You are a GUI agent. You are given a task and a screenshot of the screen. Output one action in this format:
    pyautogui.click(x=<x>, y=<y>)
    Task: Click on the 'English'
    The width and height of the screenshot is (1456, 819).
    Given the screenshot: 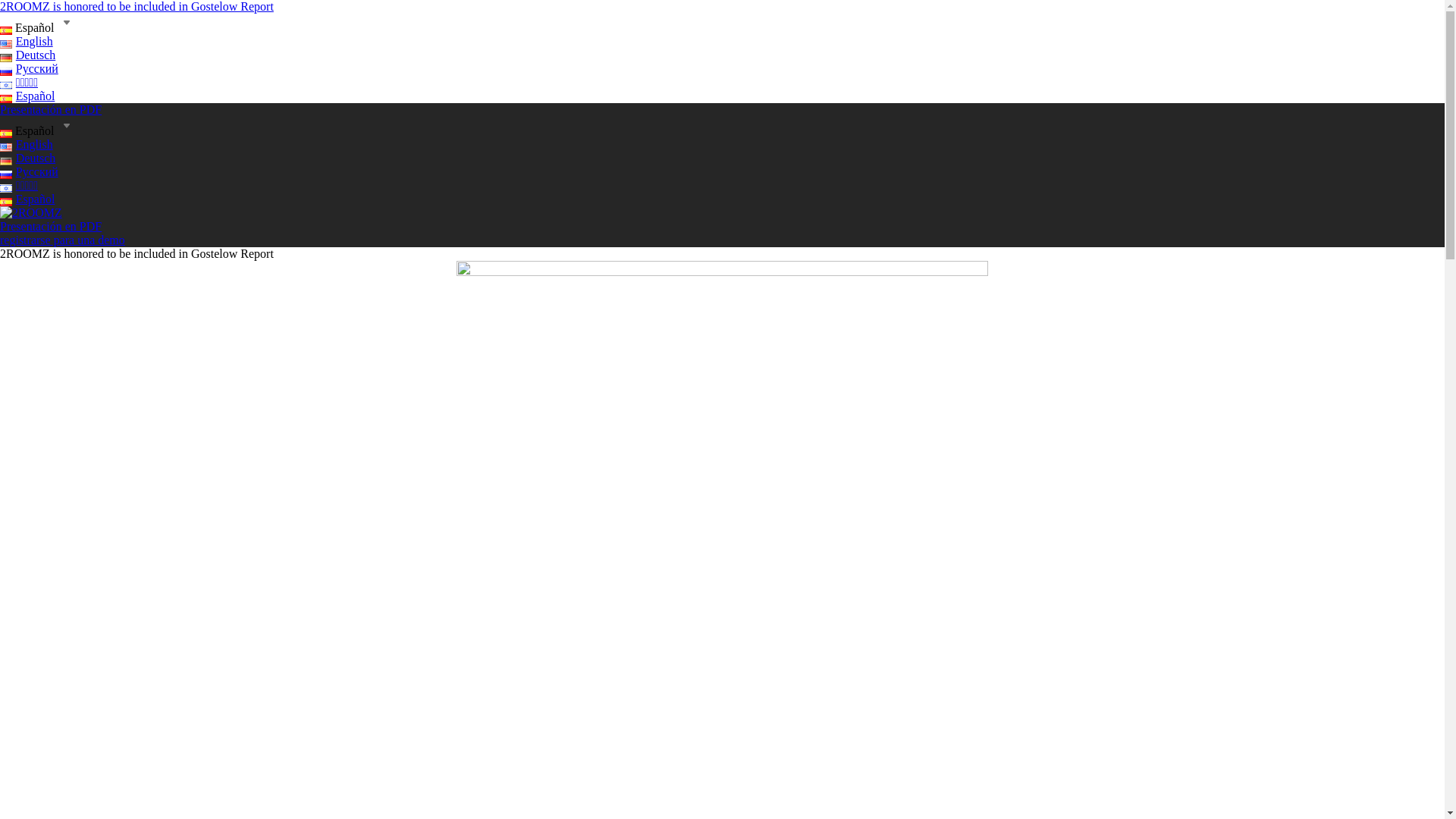 What is the action you would take?
    pyautogui.click(x=26, y=144)
    